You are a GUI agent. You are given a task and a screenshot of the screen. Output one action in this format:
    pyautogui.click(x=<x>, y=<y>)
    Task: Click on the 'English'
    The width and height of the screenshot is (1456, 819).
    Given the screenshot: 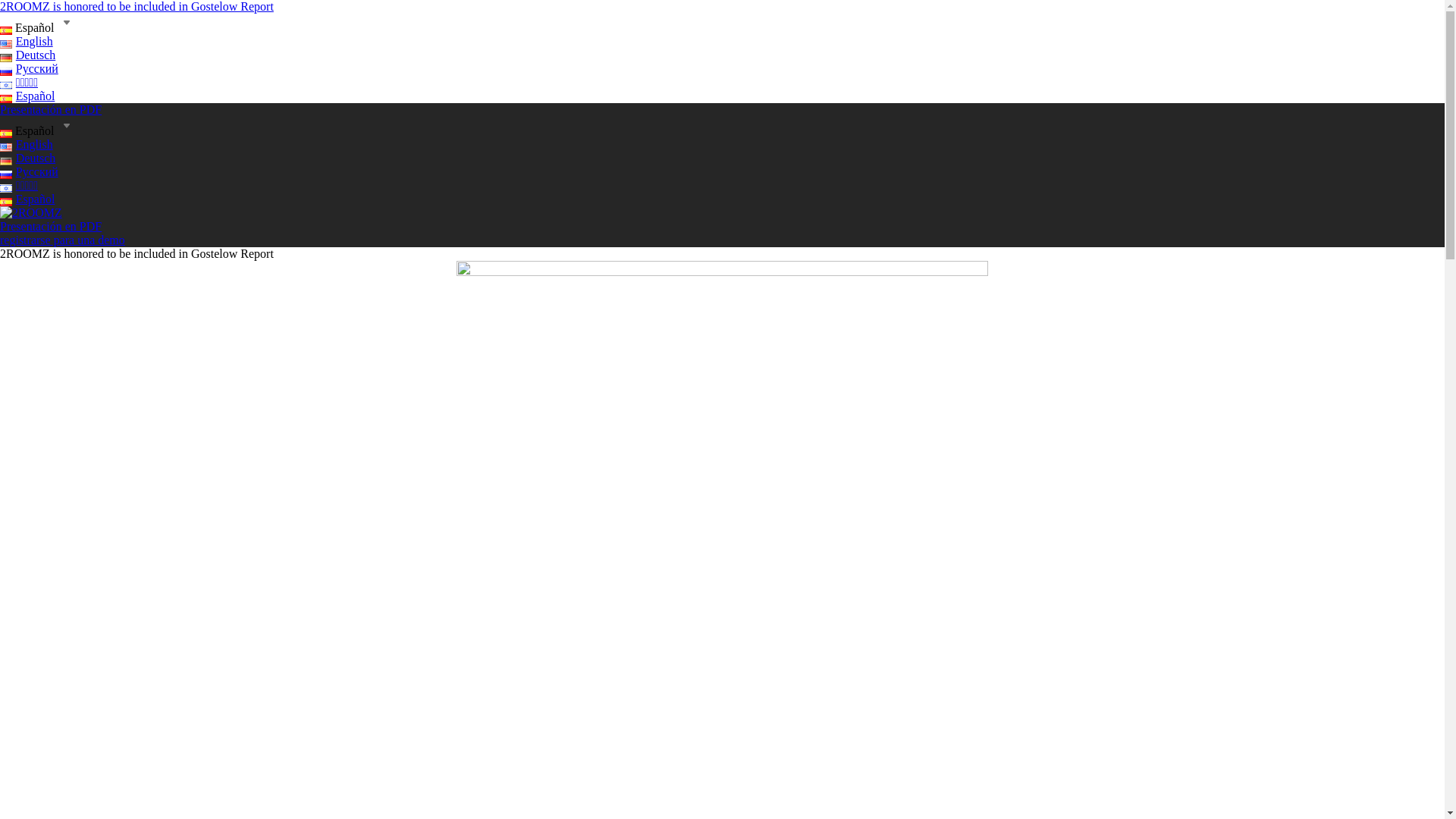 What is the action you would take?
    pyautogui.click(x=26, y=144)
    